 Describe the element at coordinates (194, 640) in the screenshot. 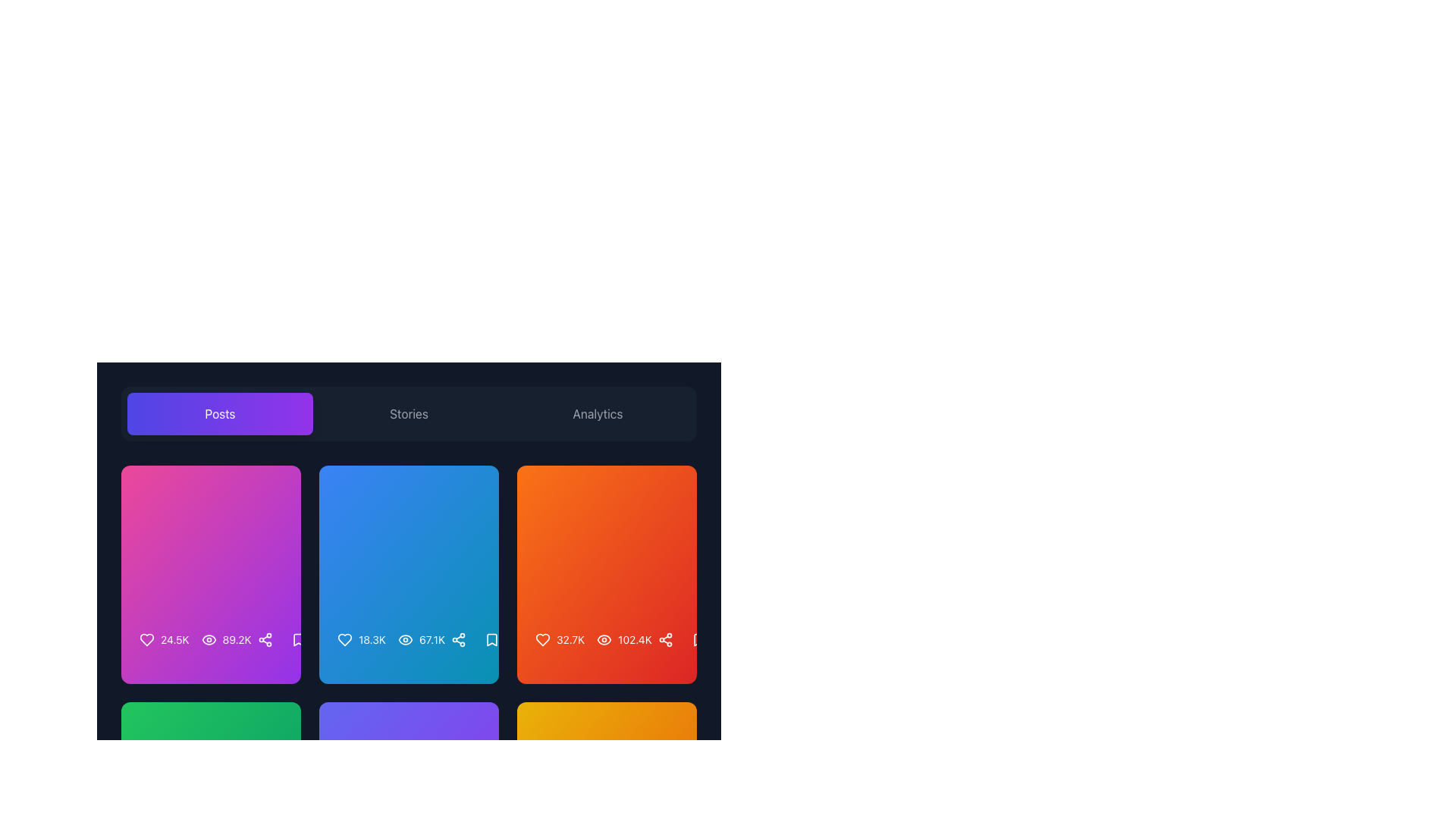

I see `the Statistical display component that shows a heart icon with '24.5K' and an eye icon with '89.2K', located in the pink gradient card in the first column on the left` at that location.